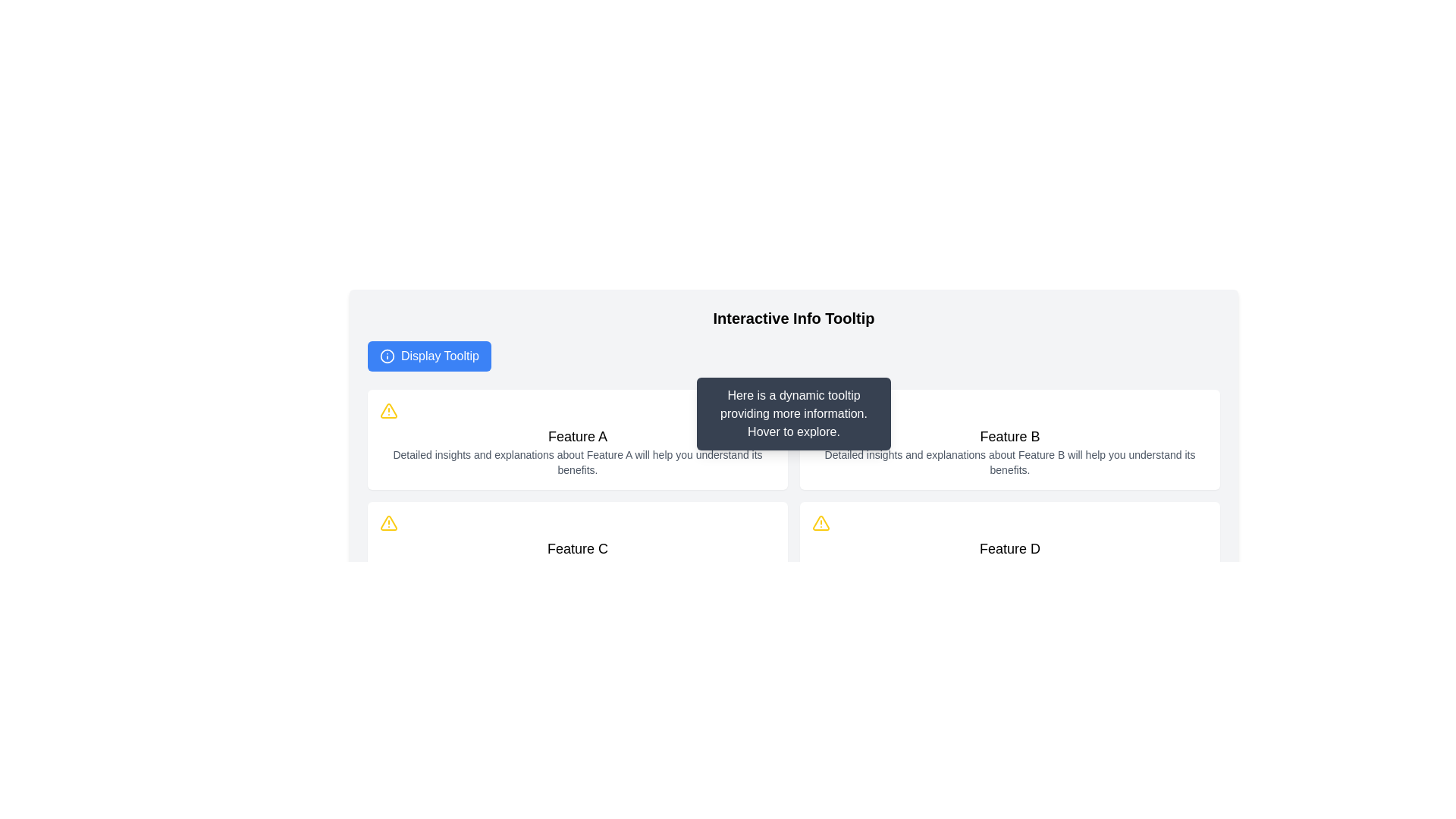 The height and width of the screenshot is (819, 1456). I want to click on the informational icon located within the blue 'Display Tooltip' button, positioned to the left of the text label, so click(387, 356).